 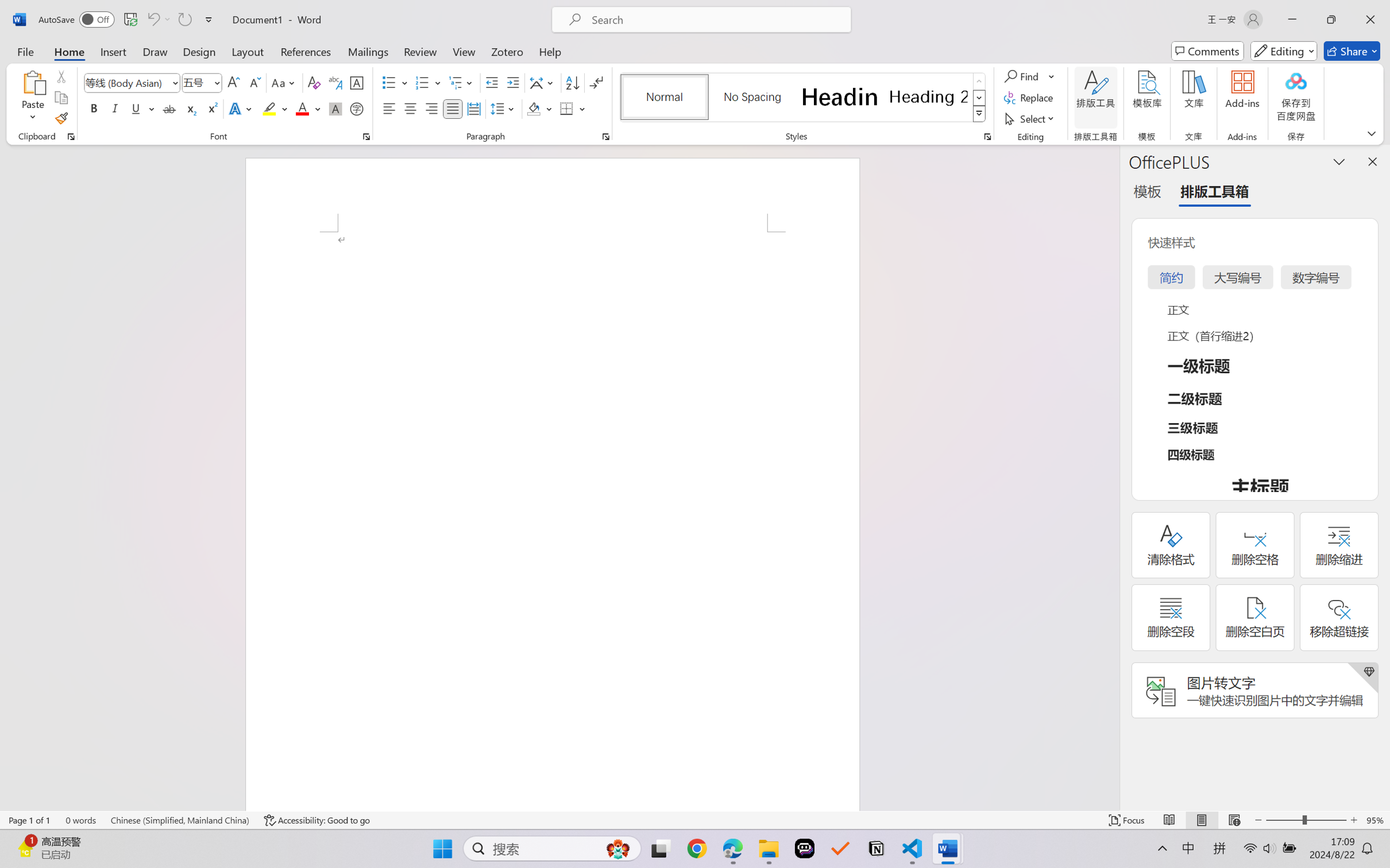 I want to click on 'Can', so click(x=152, y=19).